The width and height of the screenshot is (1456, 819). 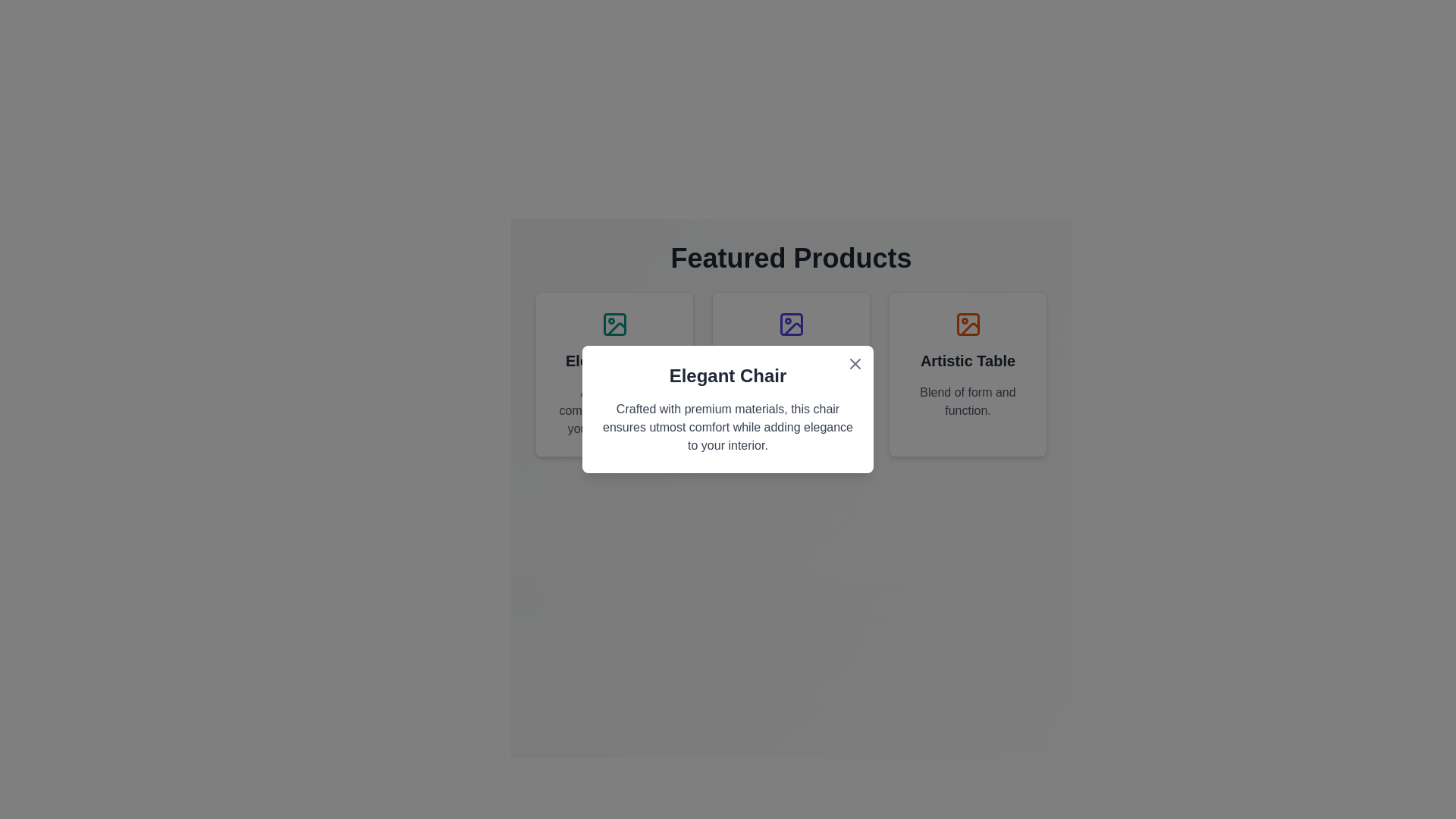 I want to click on the SVG rectangle graphic element that serves as an image or icon placeholder, located above the descriptive text 'Elegant Chair' in the second card of the 'Featured Products' section, so click(x=790, y=324).